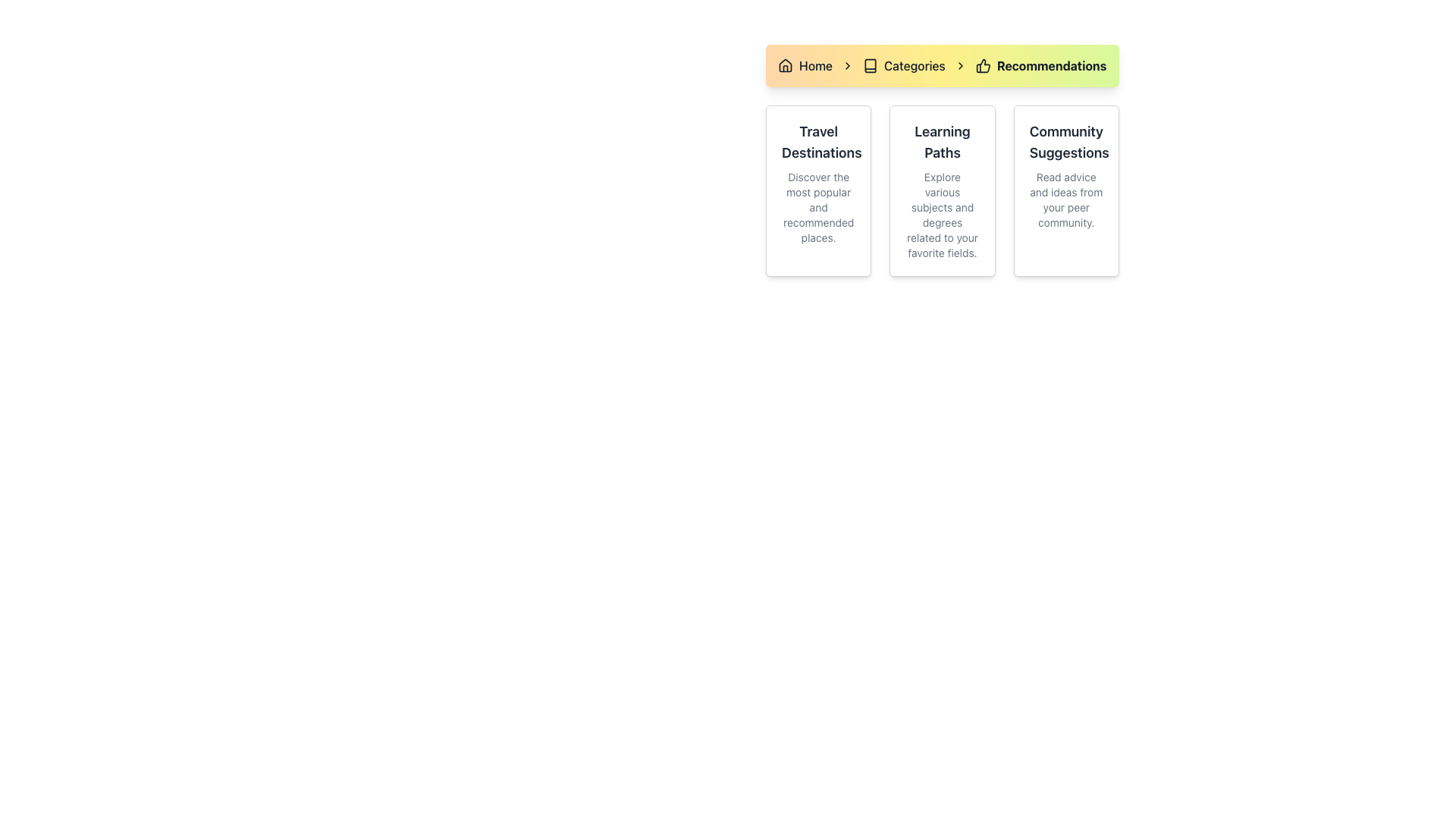 The image size is (1456, 819). I want to click on the Breadcrumb Link at the top left of the interface, so click(804, 65).